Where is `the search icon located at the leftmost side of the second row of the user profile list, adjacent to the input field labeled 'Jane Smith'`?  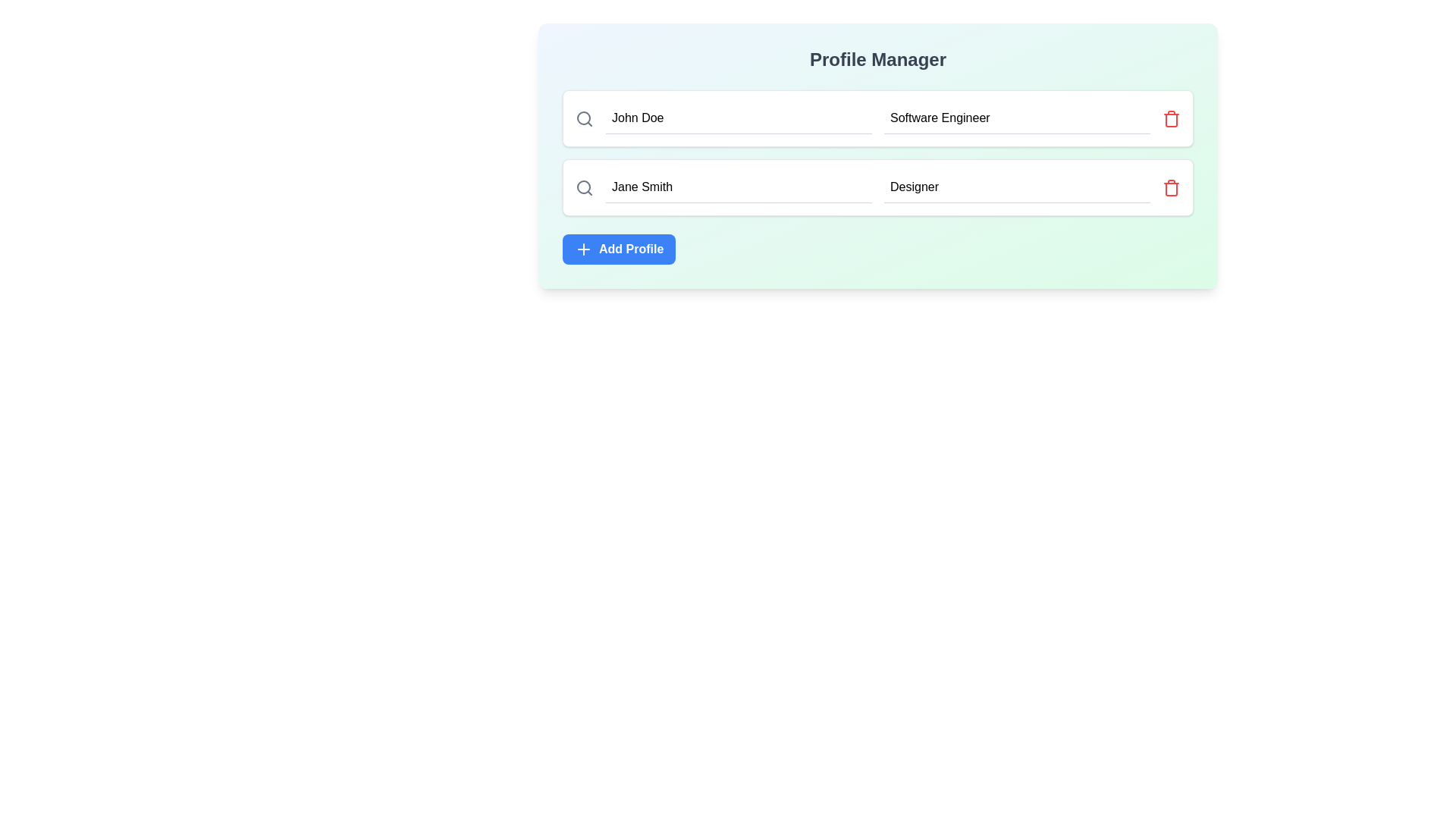 the search icon located at the leftmost side of the second row of the user profile list, adjacent to the input field labeled 'Jane Smith' is located at coordinates (584, 187).